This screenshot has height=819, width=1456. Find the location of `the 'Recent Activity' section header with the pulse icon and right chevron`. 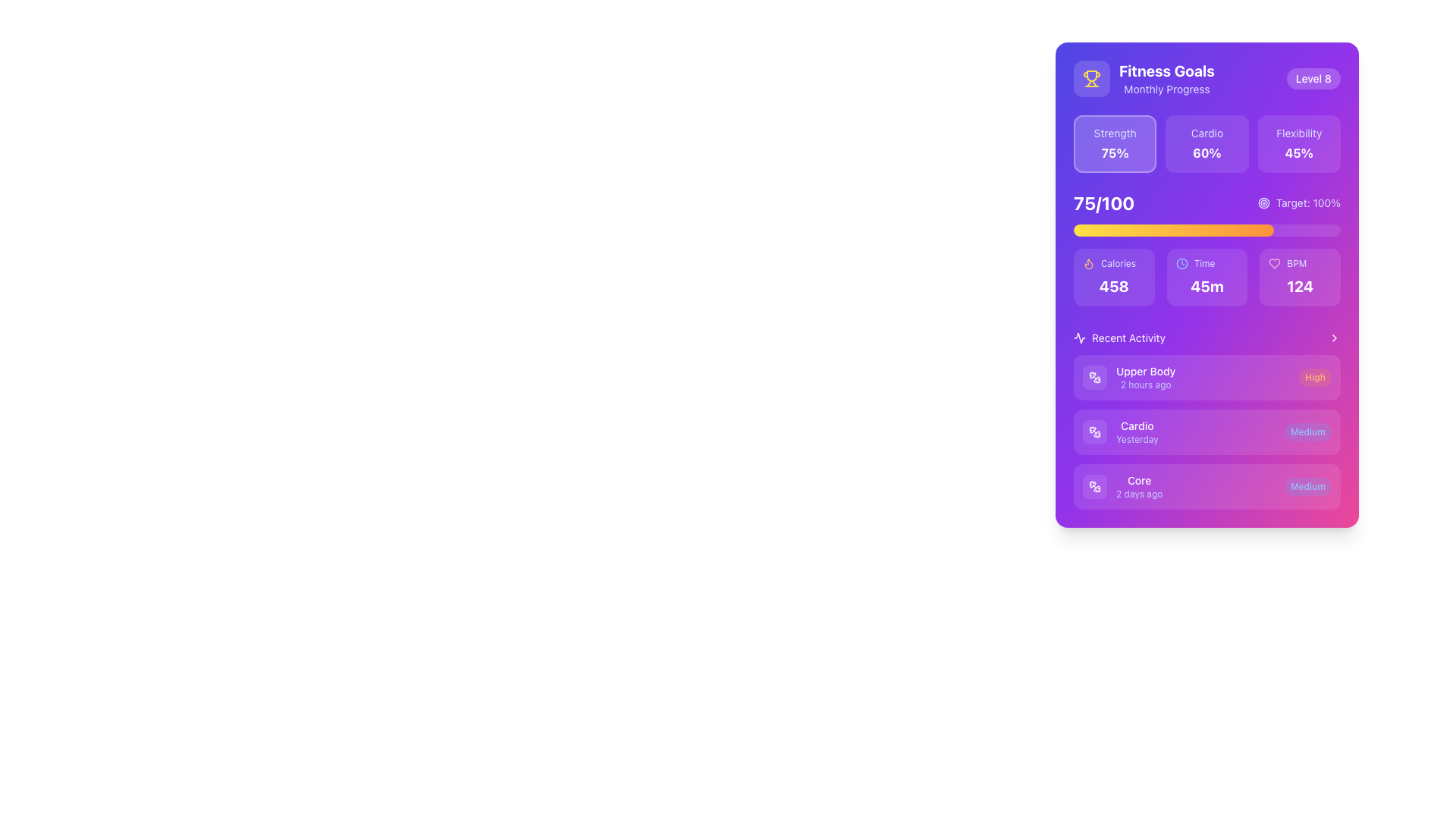

the 'Recent Activity' section header with the pulse icon and right chevron is located at coordinates (1207, 337).